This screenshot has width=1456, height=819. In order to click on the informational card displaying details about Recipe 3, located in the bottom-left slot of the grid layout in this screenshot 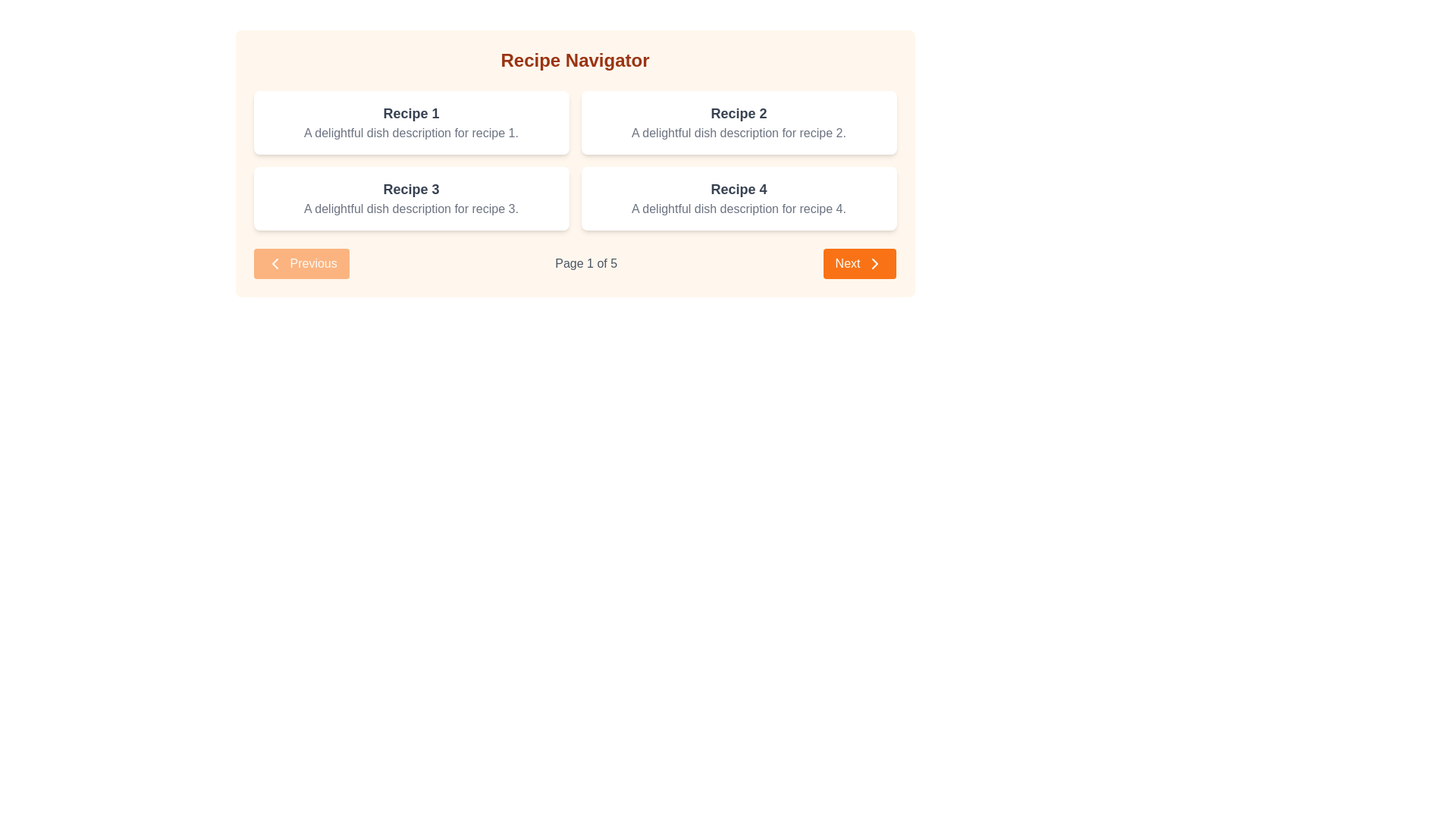, I will do `click(411, 198)`.